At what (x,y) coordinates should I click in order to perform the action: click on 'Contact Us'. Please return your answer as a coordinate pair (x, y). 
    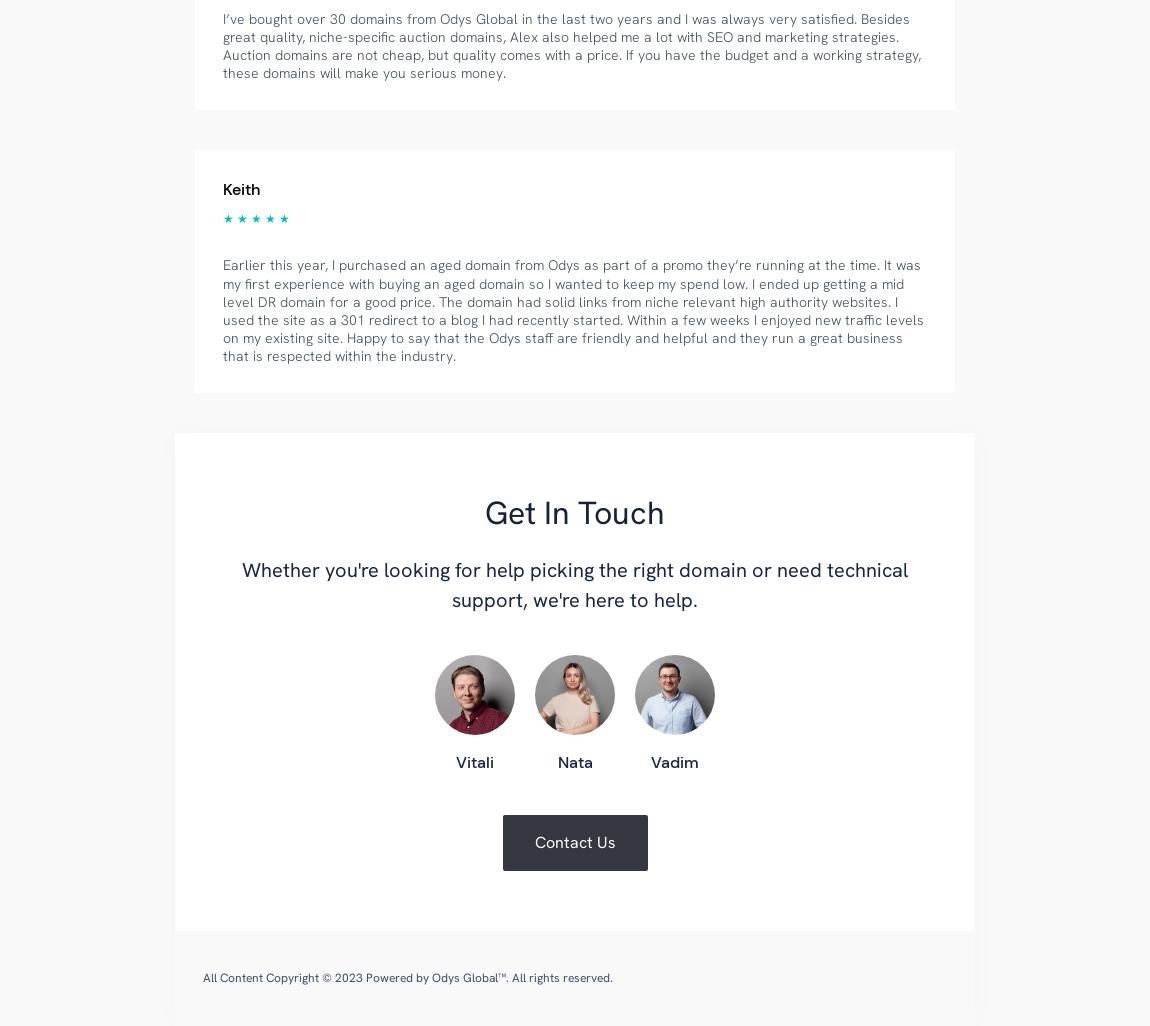
    Looking at the image, I should click on (574, 842).